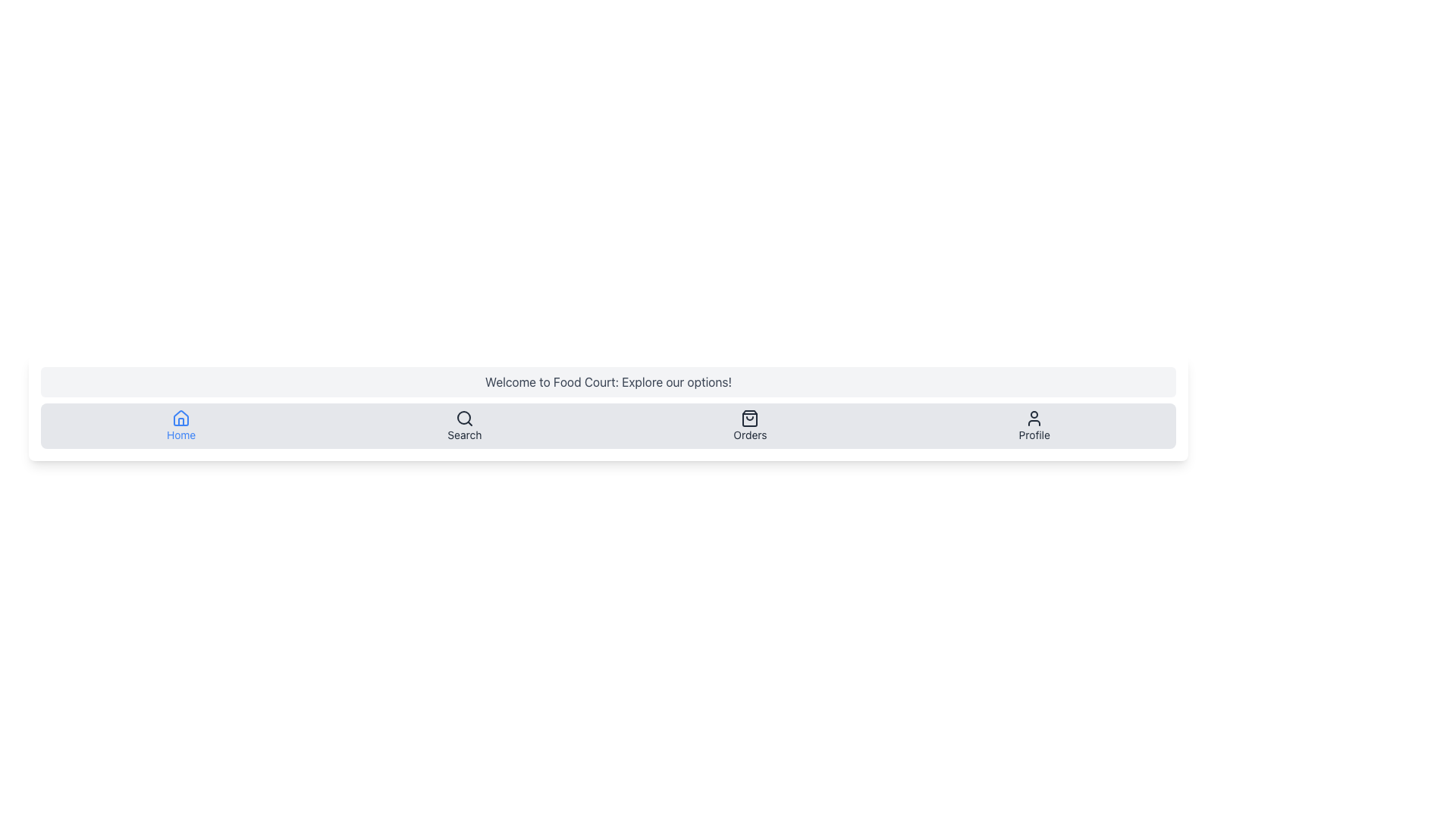  I want to click on the house-shaped icon in the bottom center navigation bar, so click(181, 418).